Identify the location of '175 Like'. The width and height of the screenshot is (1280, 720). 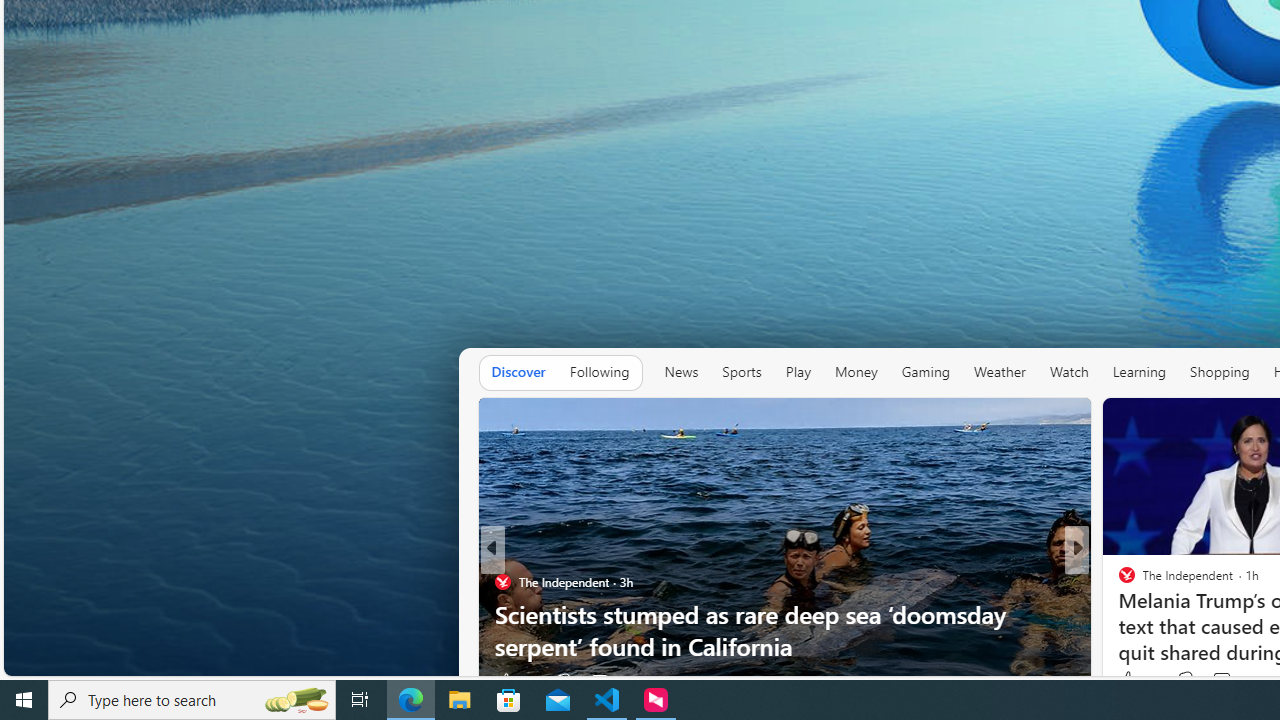
(1132, 680).